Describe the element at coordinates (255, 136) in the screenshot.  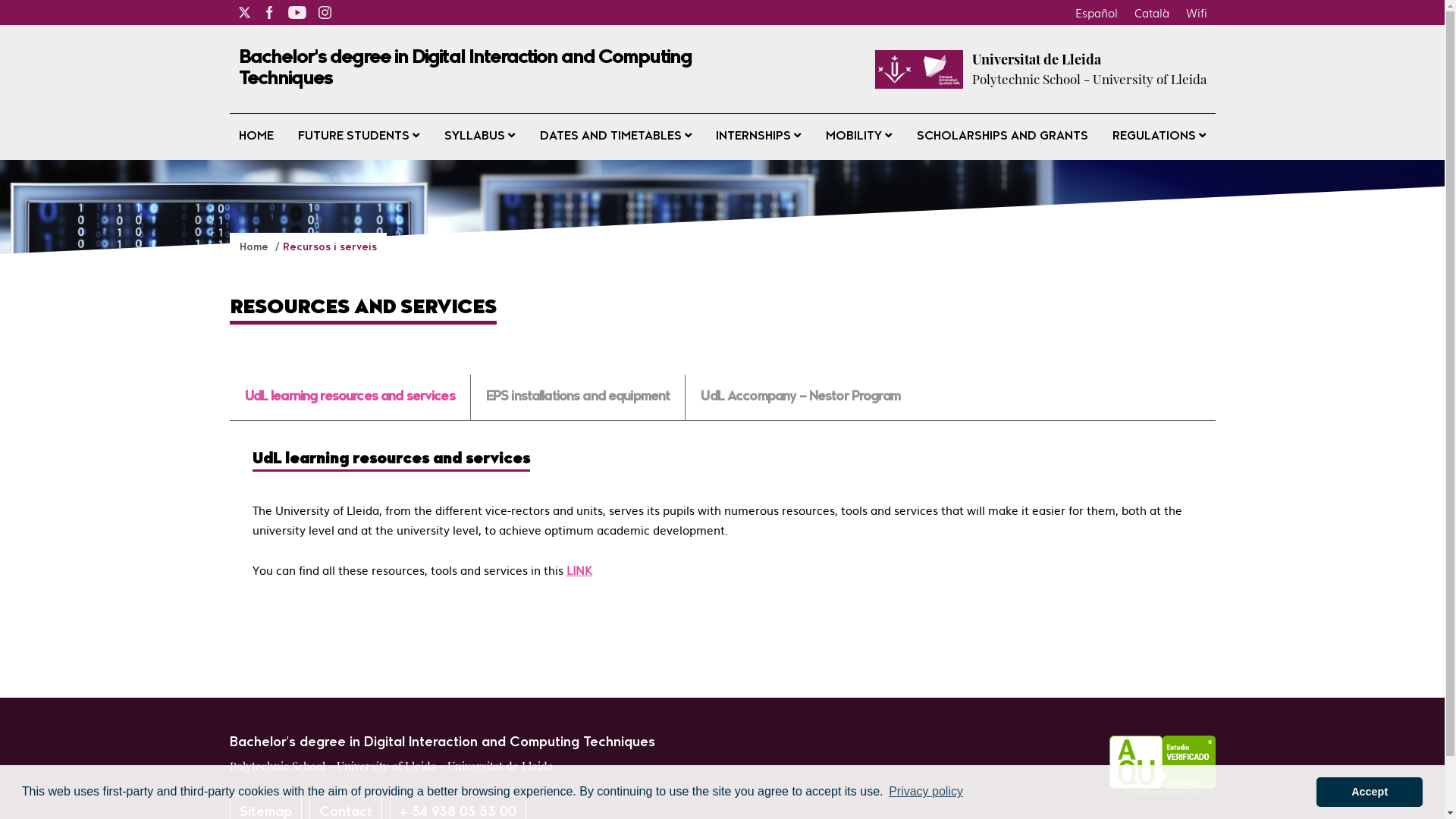
I see `'HOME'` at that location.